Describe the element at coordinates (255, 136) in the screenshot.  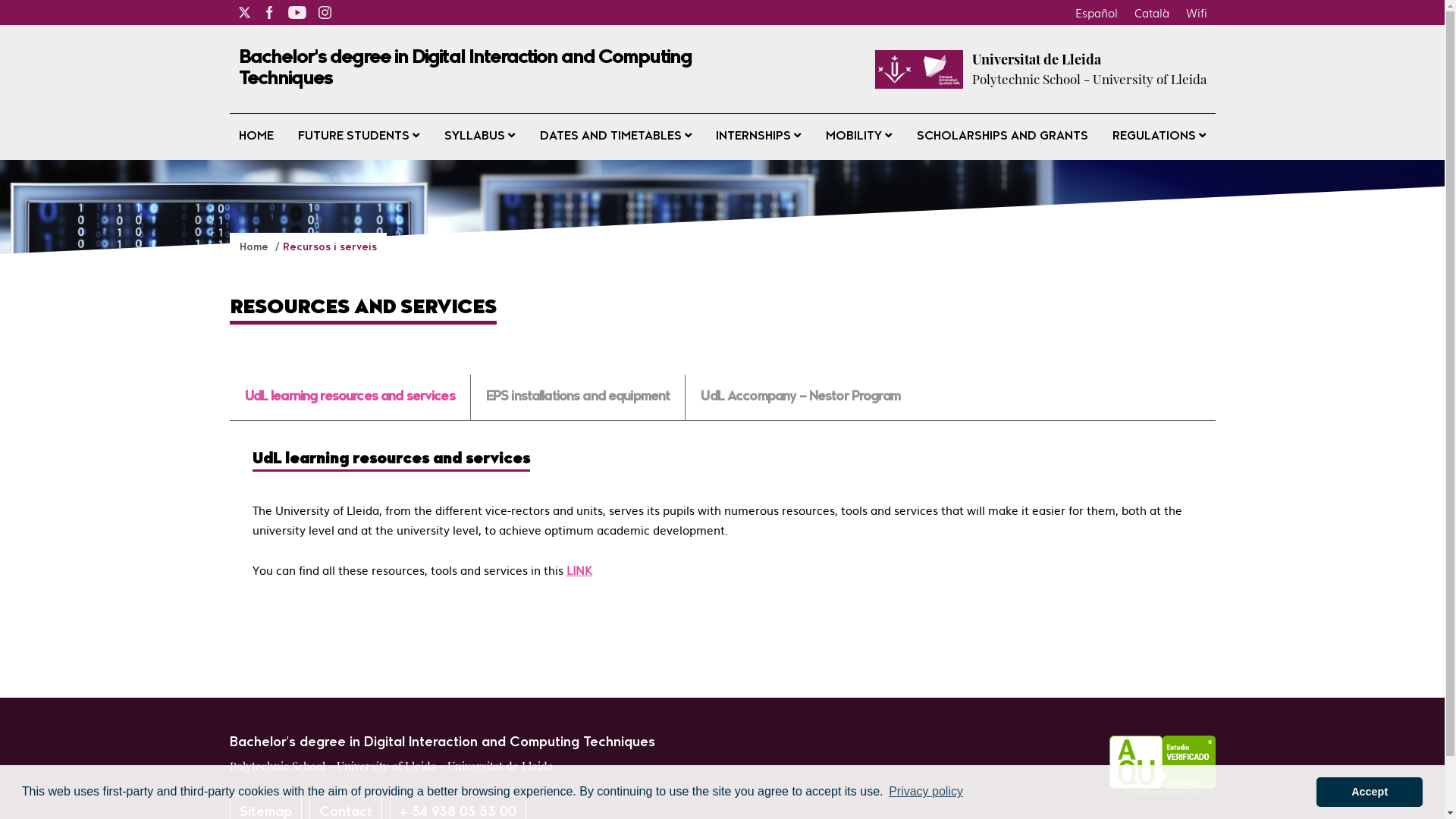
I see `'HOME'` at that location.